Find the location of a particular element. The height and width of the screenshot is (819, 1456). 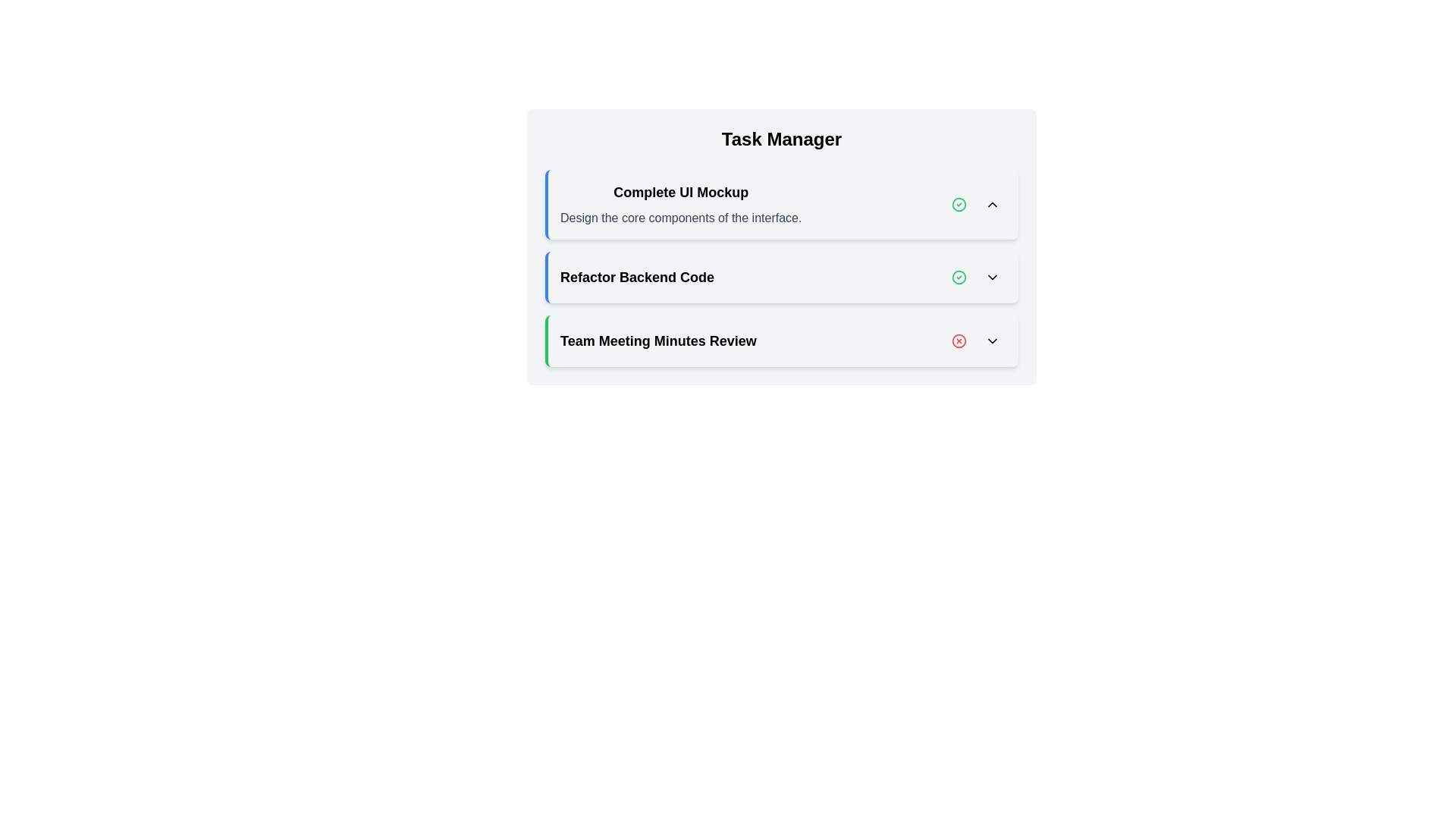

text element displaying 'Design the core components of the interface.' located beneath the heading 'Complete UI Mockup.' is located at coordinates (680, 218).